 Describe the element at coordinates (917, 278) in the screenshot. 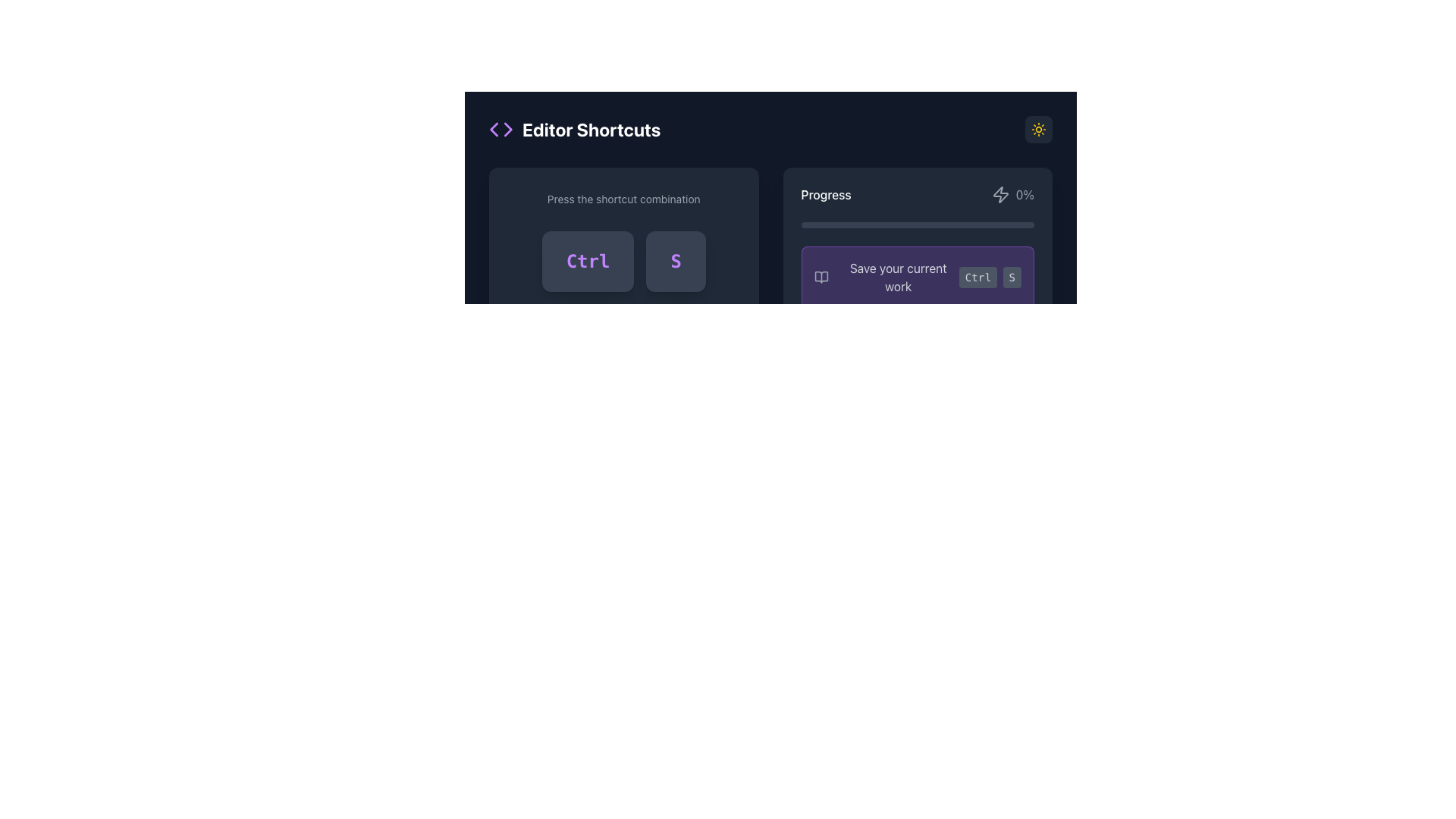

I see `the 'Ctrl' button on the Shortcut panel, which has a rounded rectangle shape with a purple border, an open book icon, and the text 'Save your current work'` at that location.